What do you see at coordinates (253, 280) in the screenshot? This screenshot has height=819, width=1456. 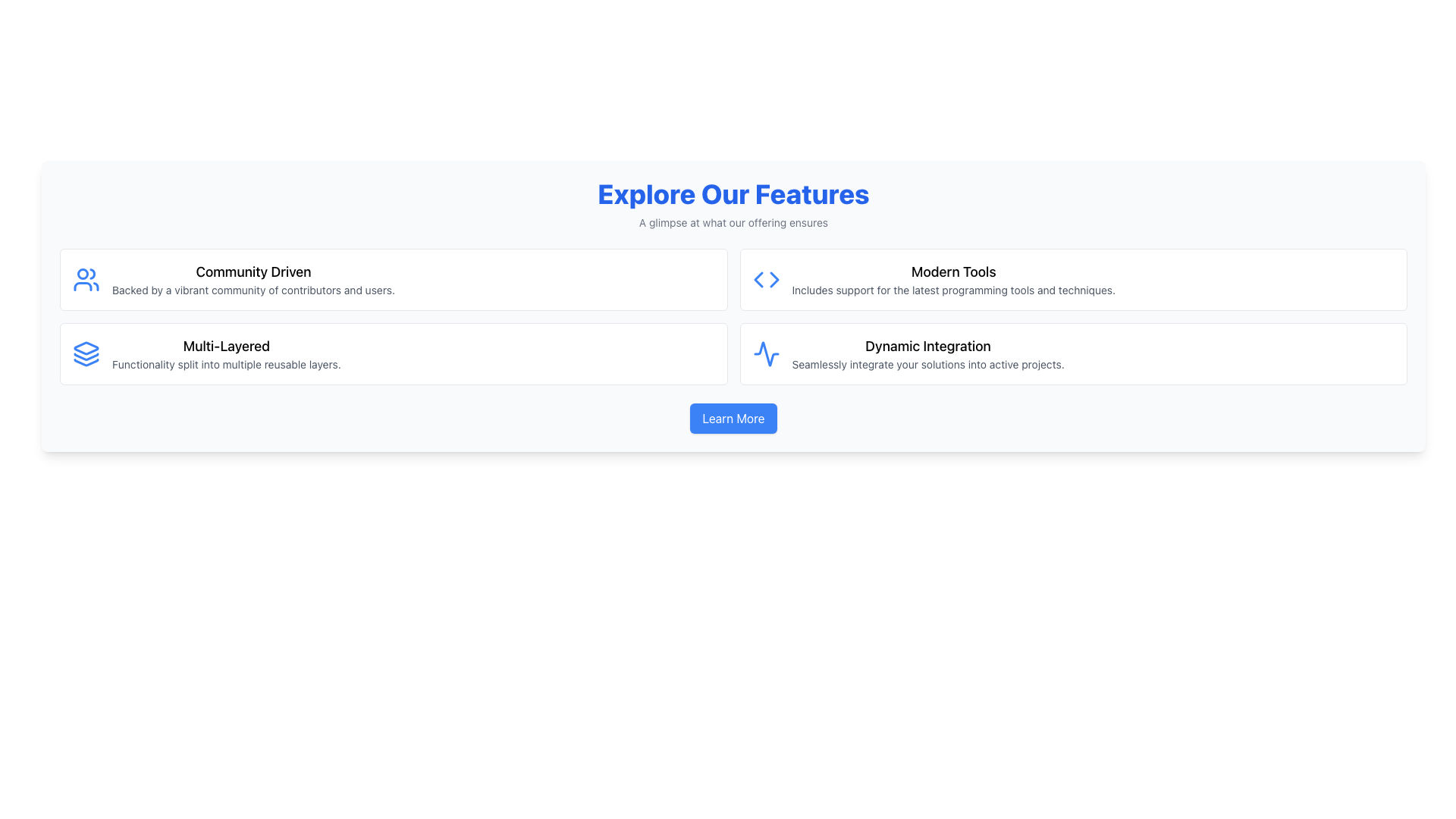 I see `informational text block located in the top-left quadrant of the layout, aligned with other feature descriptions` at bounding box center [253, 280].